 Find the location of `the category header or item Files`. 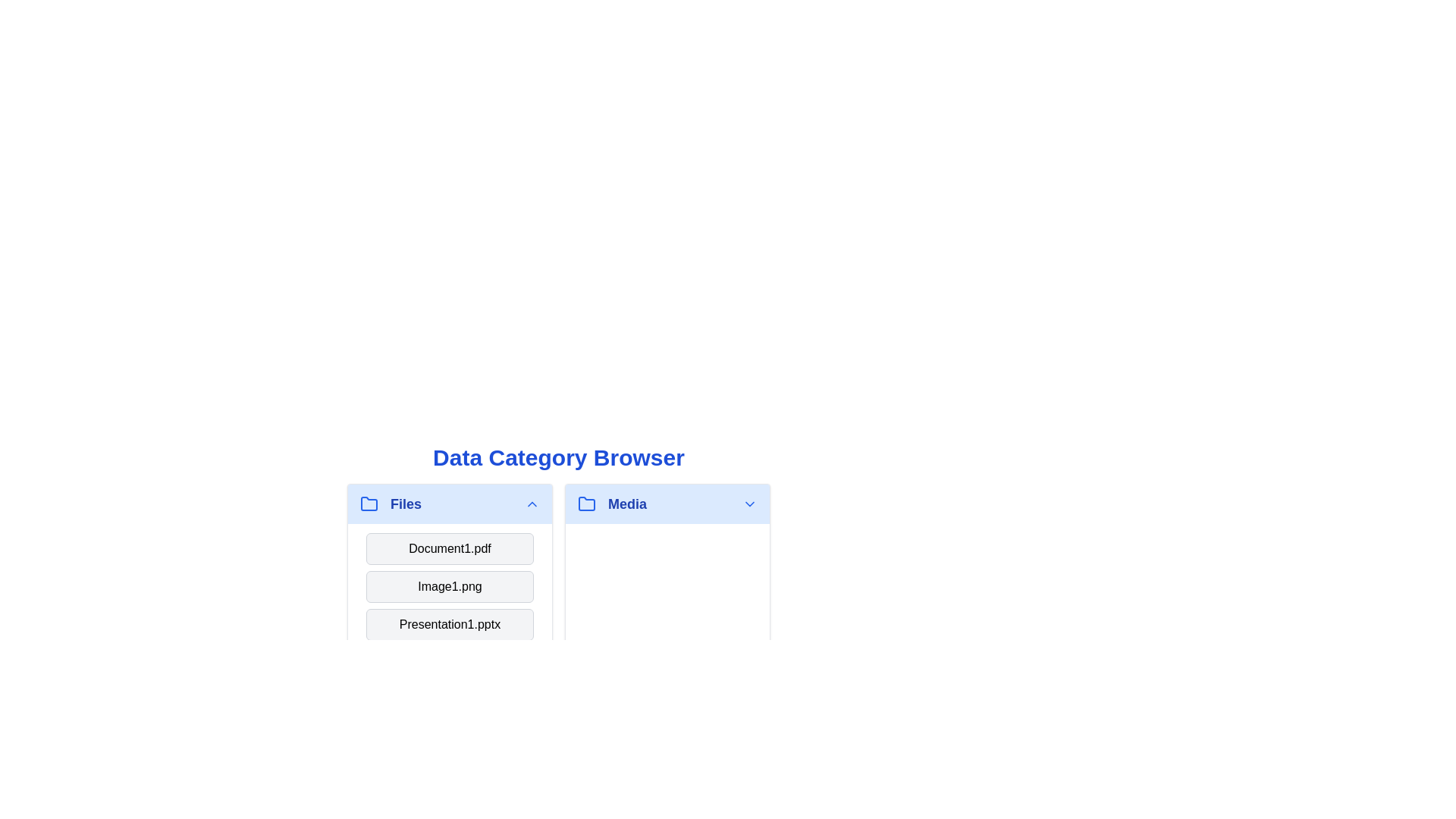

the category header or item Files is located at coordinates (449, 504).